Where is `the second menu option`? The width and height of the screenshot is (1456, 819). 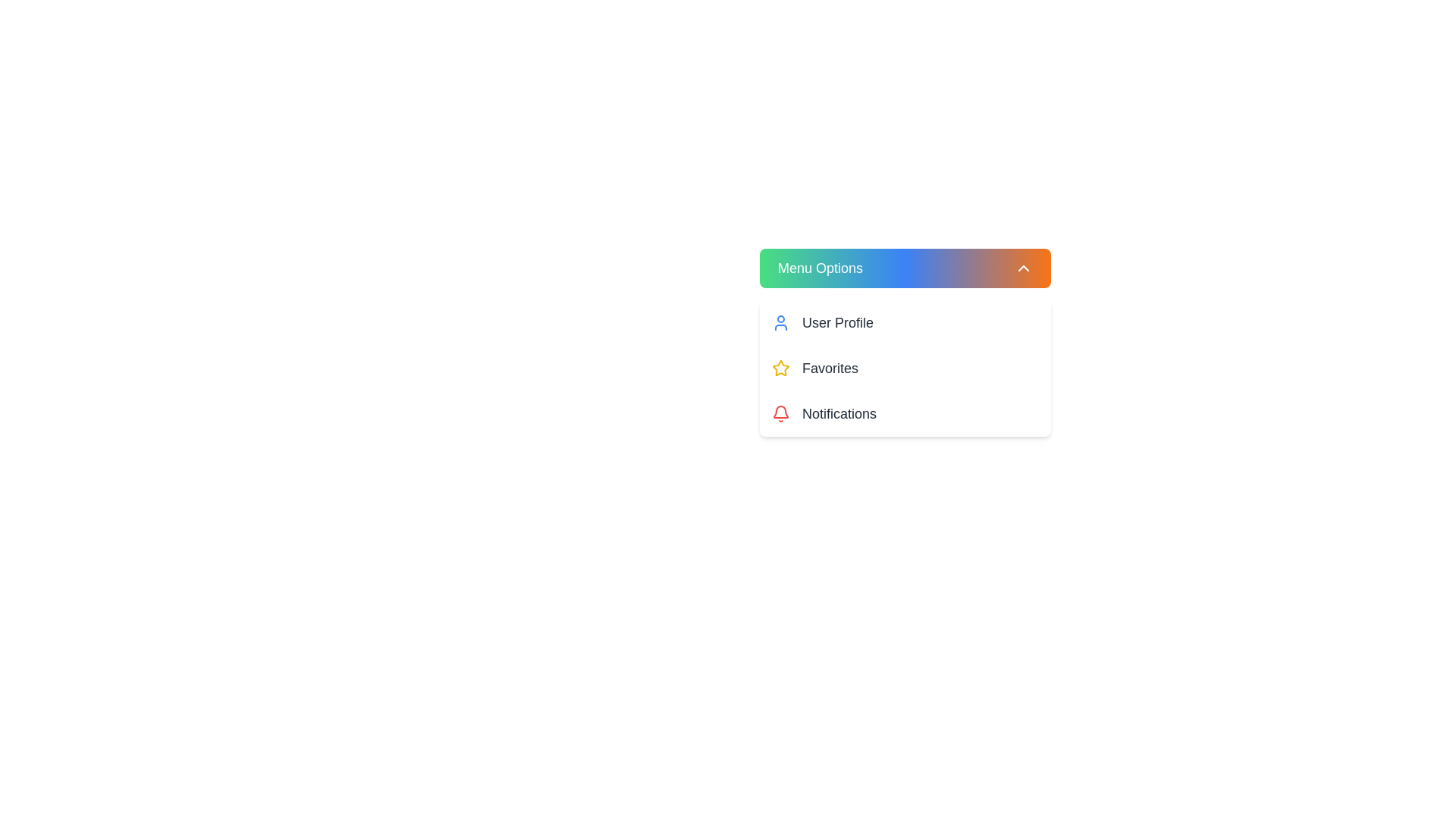
the second menu option is located at coordinates (905, 369).